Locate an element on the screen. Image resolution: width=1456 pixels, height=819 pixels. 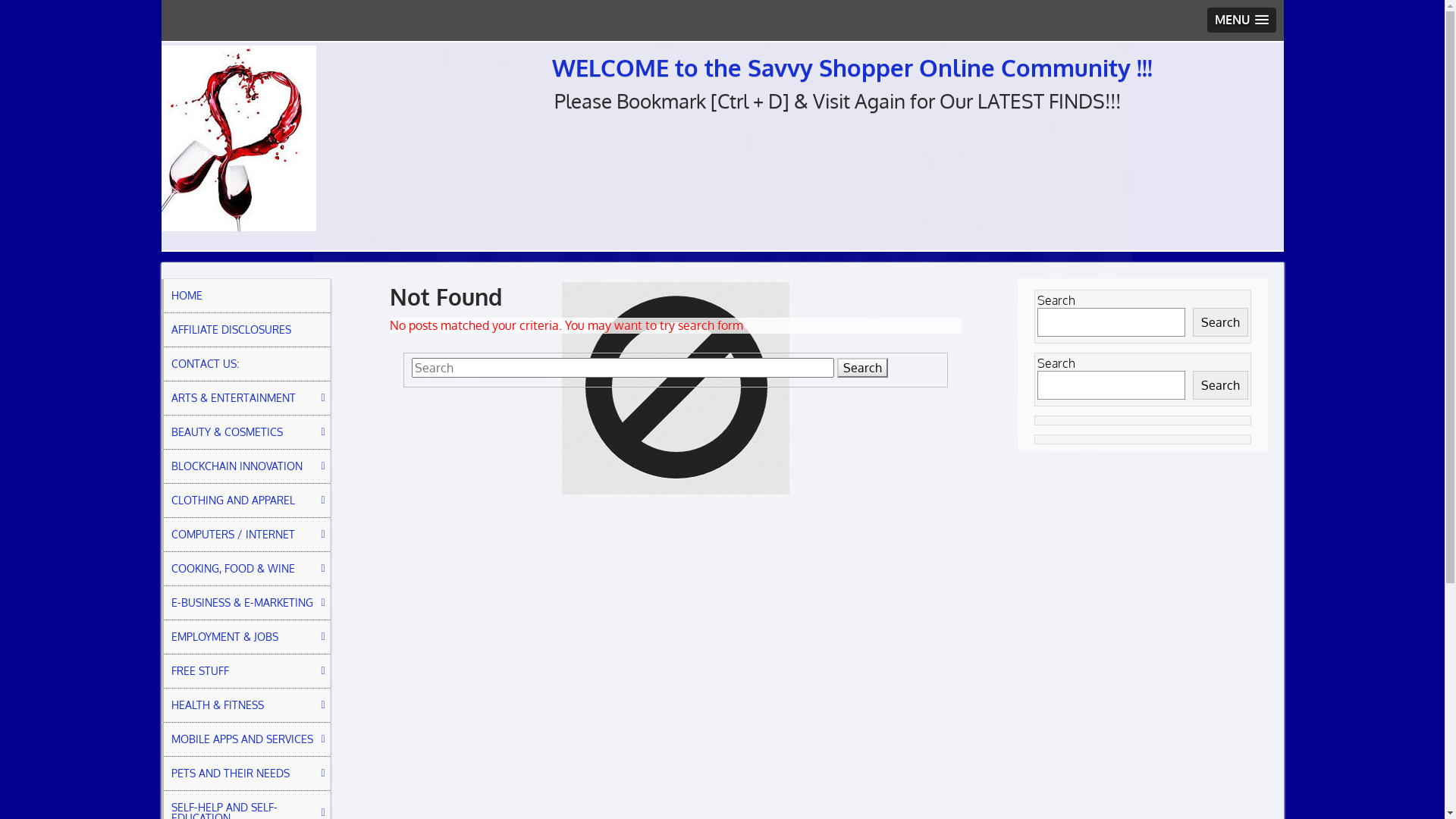
'EMPLOYMENT & JOBS' is located at coordinates (246, 637).